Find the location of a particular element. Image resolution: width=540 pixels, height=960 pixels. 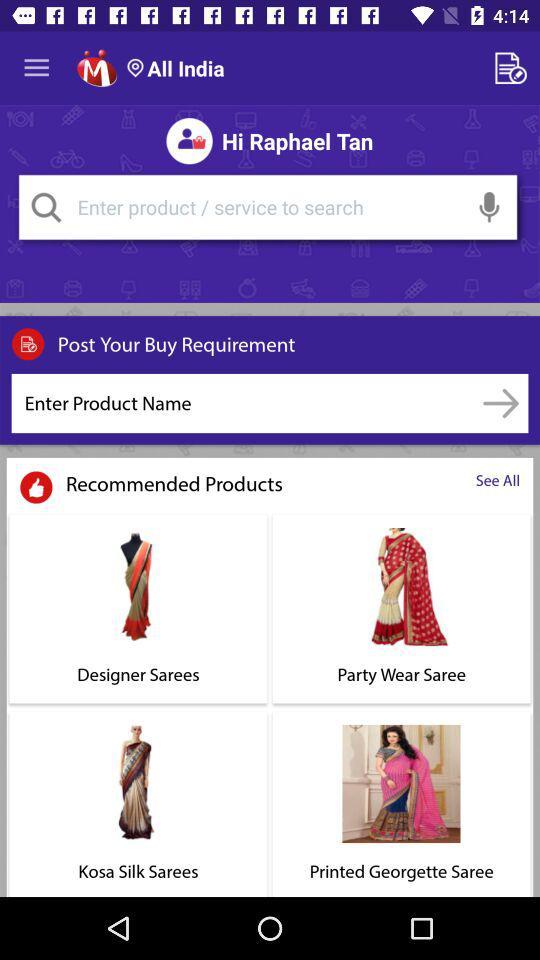

profile is located at coordinates (96, 68).